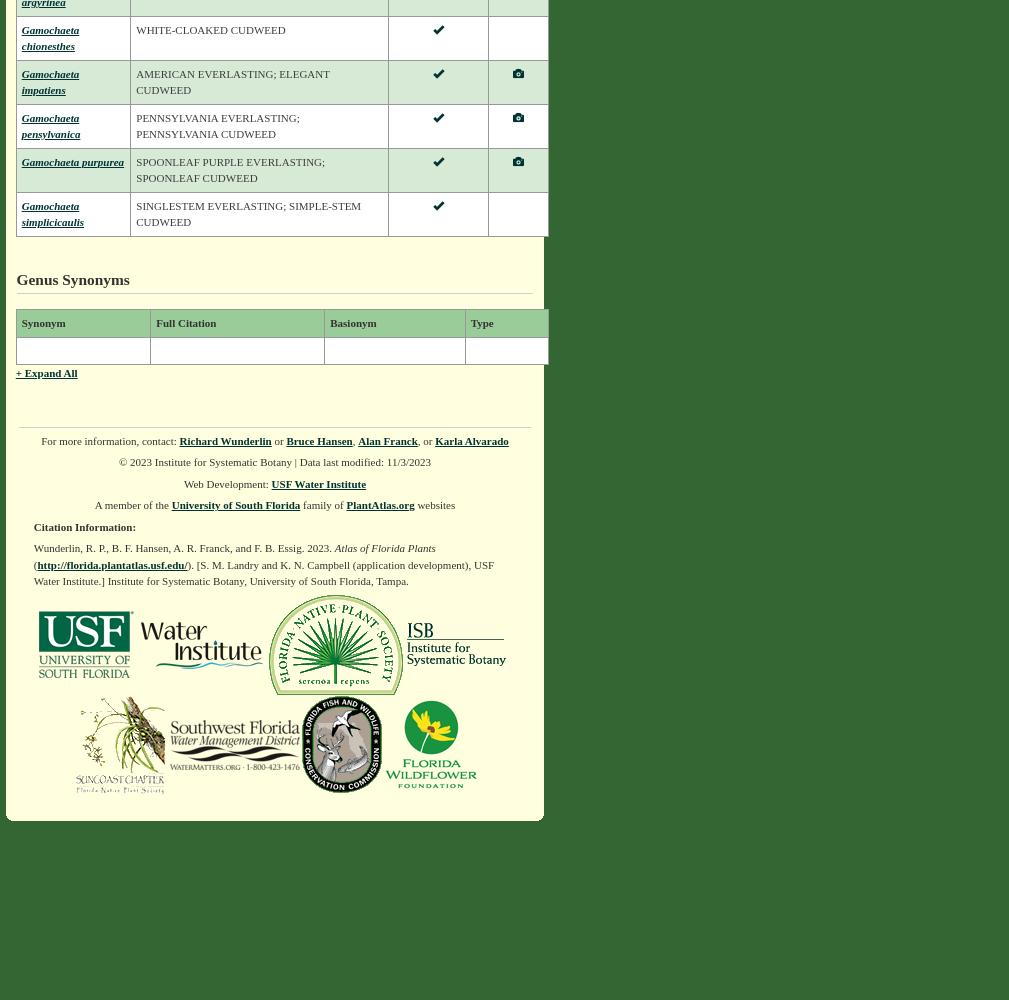  What do you see at coordinates (386, 439) in the screenshot?
I see `'Alan Franck'` at bounding box center [386, 439].